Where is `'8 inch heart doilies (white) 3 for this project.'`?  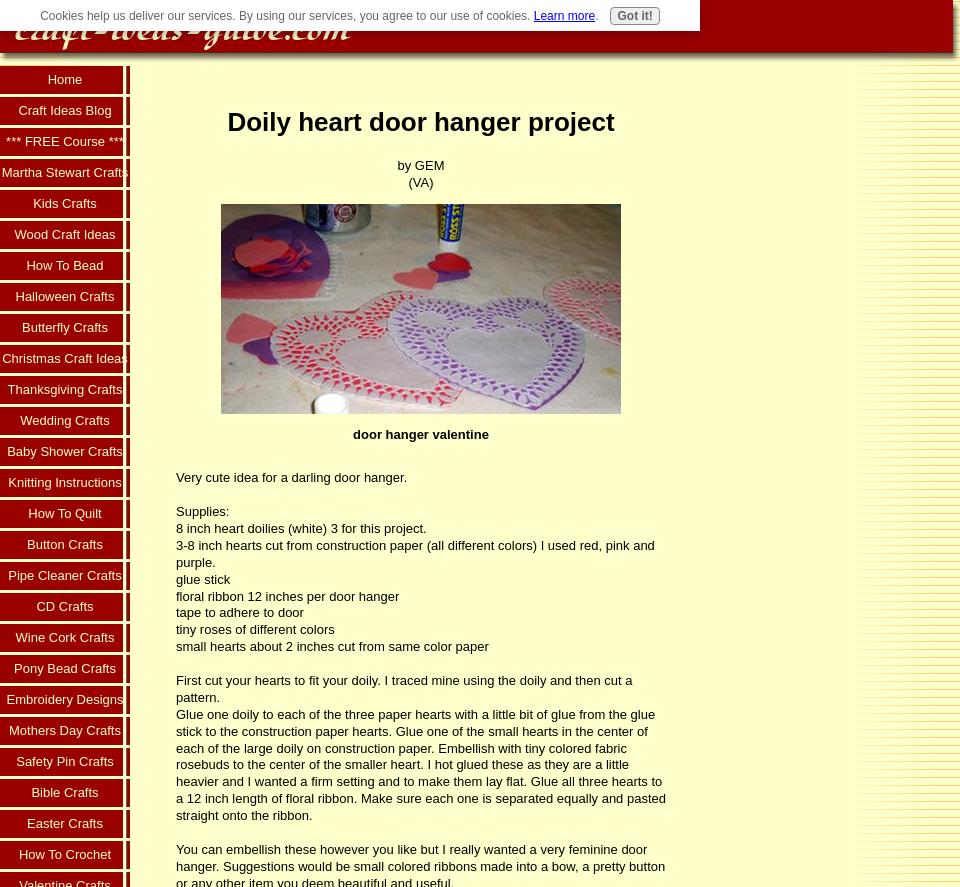 '8 inch heart doilies (white) 3 for this project.' is located at coordinates (174, 527).